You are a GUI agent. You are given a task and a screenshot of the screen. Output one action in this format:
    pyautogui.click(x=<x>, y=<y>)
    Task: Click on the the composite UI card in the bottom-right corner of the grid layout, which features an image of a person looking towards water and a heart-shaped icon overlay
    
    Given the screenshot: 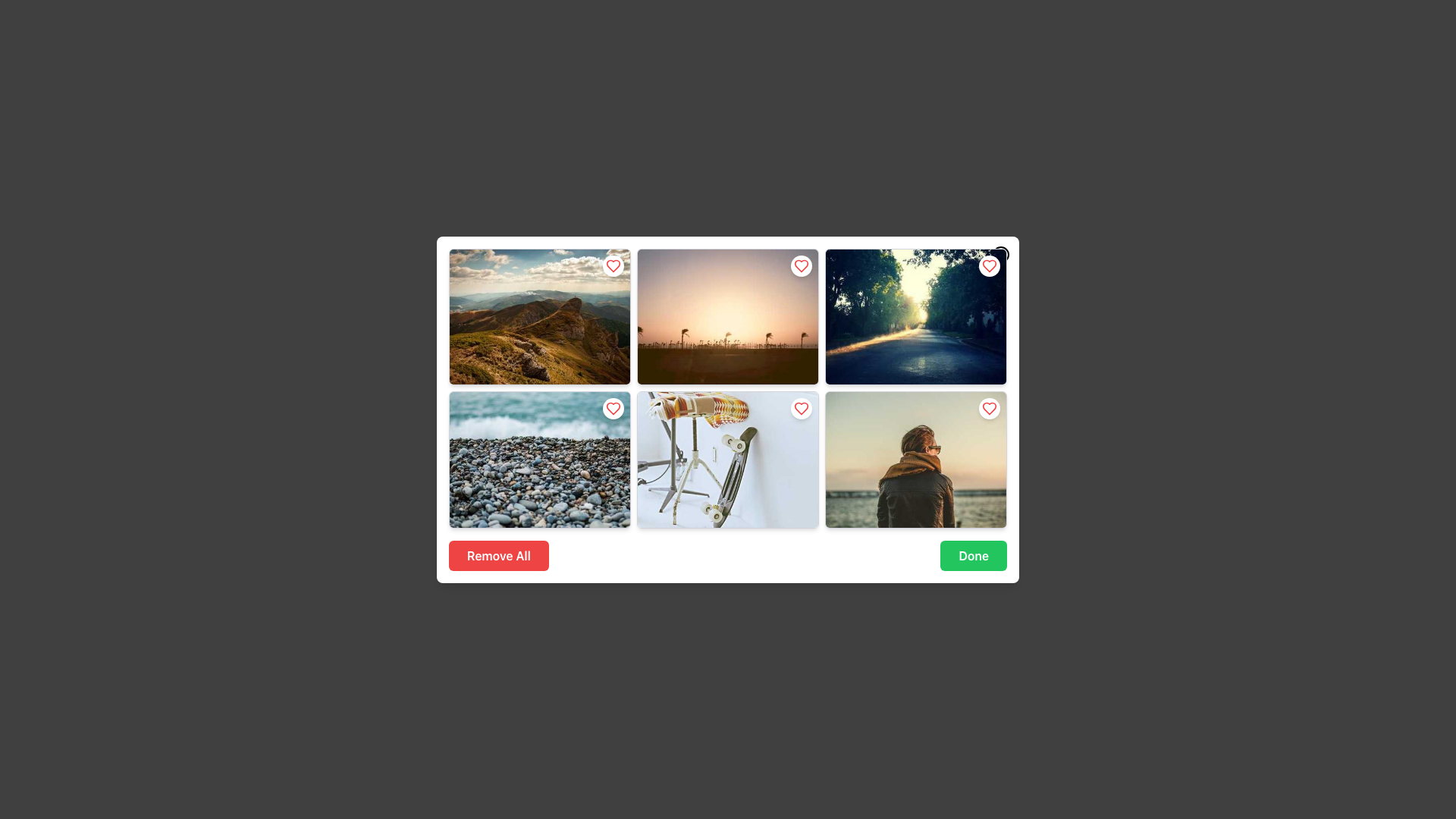 What is the action you would take?
    pyautogui.click(x=915, y=458)
    